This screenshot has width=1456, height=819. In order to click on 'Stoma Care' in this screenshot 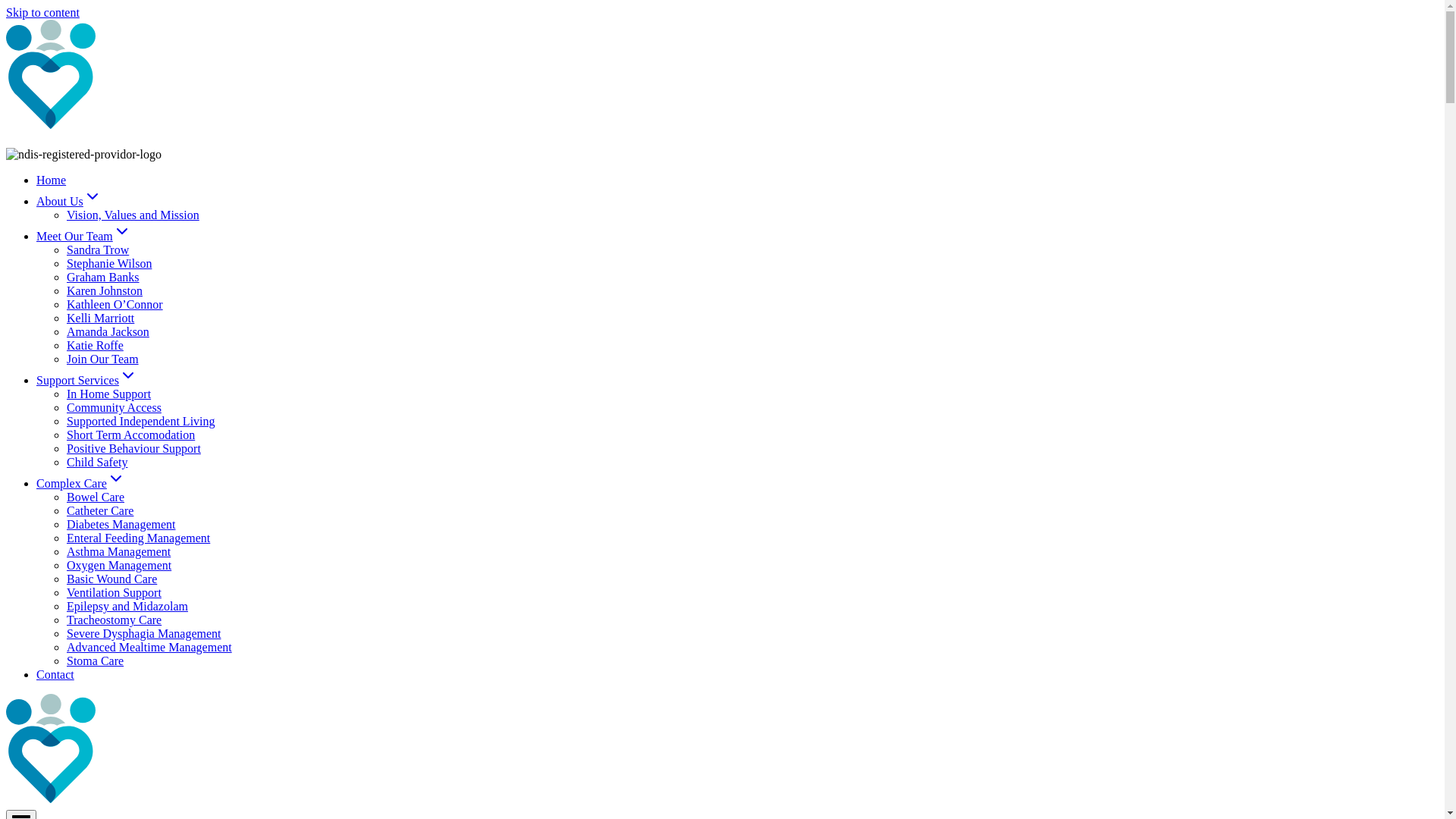, I will do `click(94, 660)`.